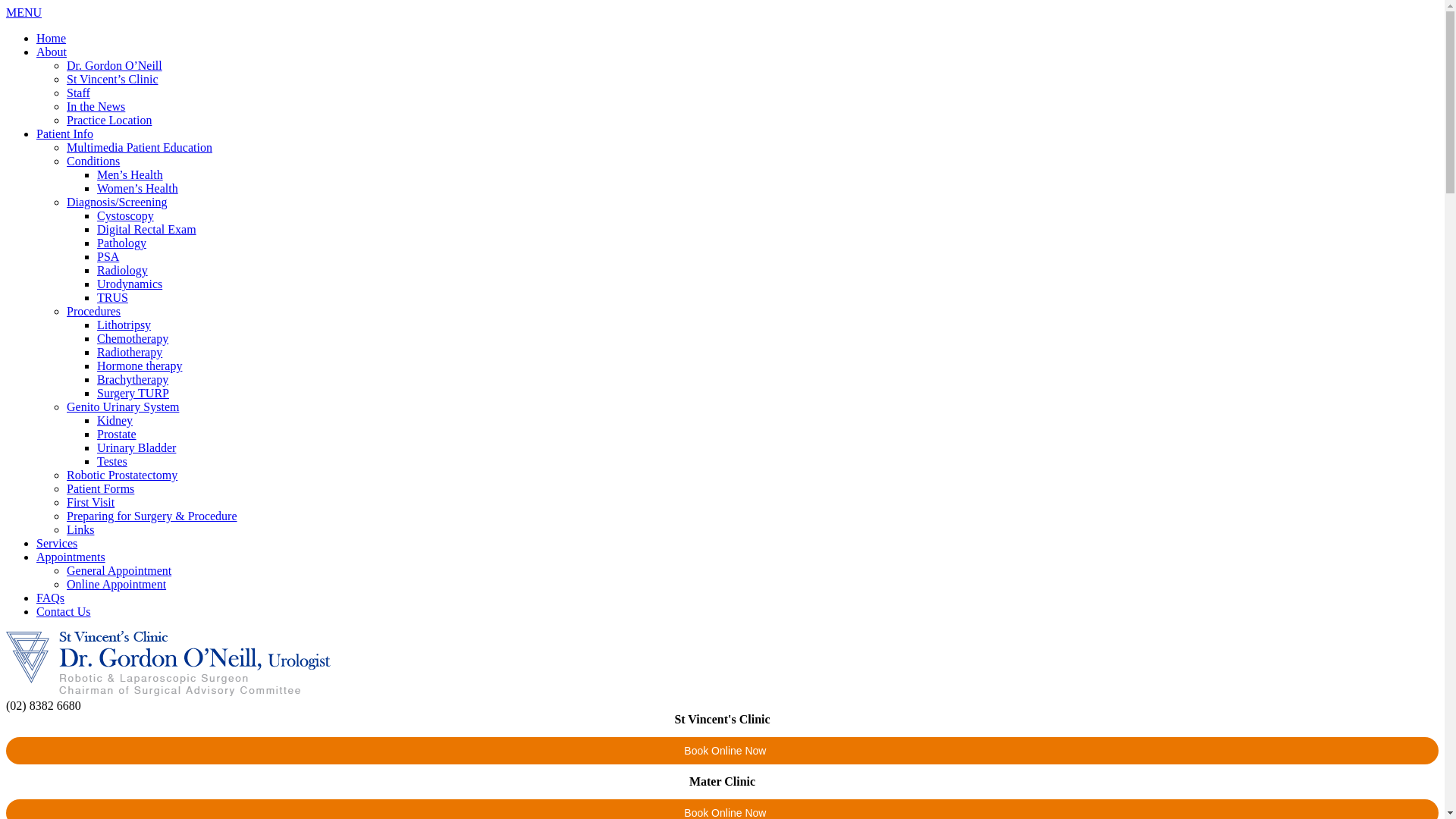 This screenshot has width=1456, height=819. What do you see at coordinates (93, 310) in the screenshot?
I see `'Procedures'` at bounding box center [93, 310].